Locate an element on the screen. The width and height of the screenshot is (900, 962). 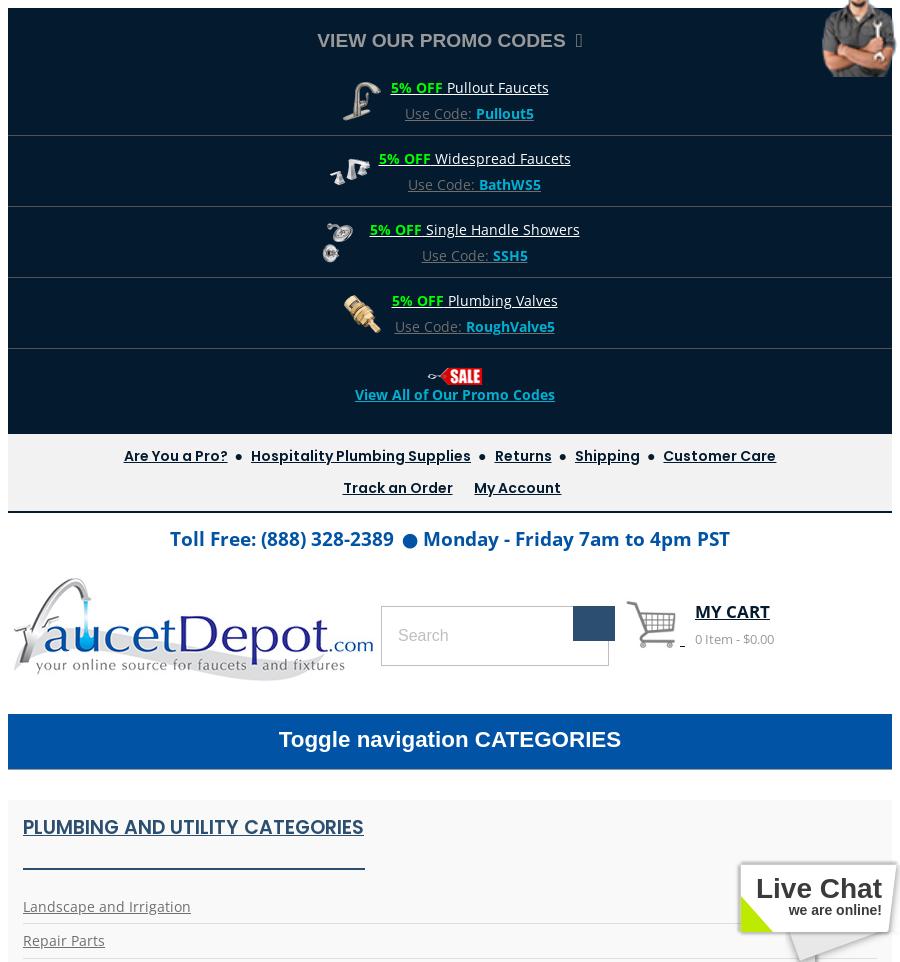
'Landscape and Irrigation' is located at coordinates (106, 904).